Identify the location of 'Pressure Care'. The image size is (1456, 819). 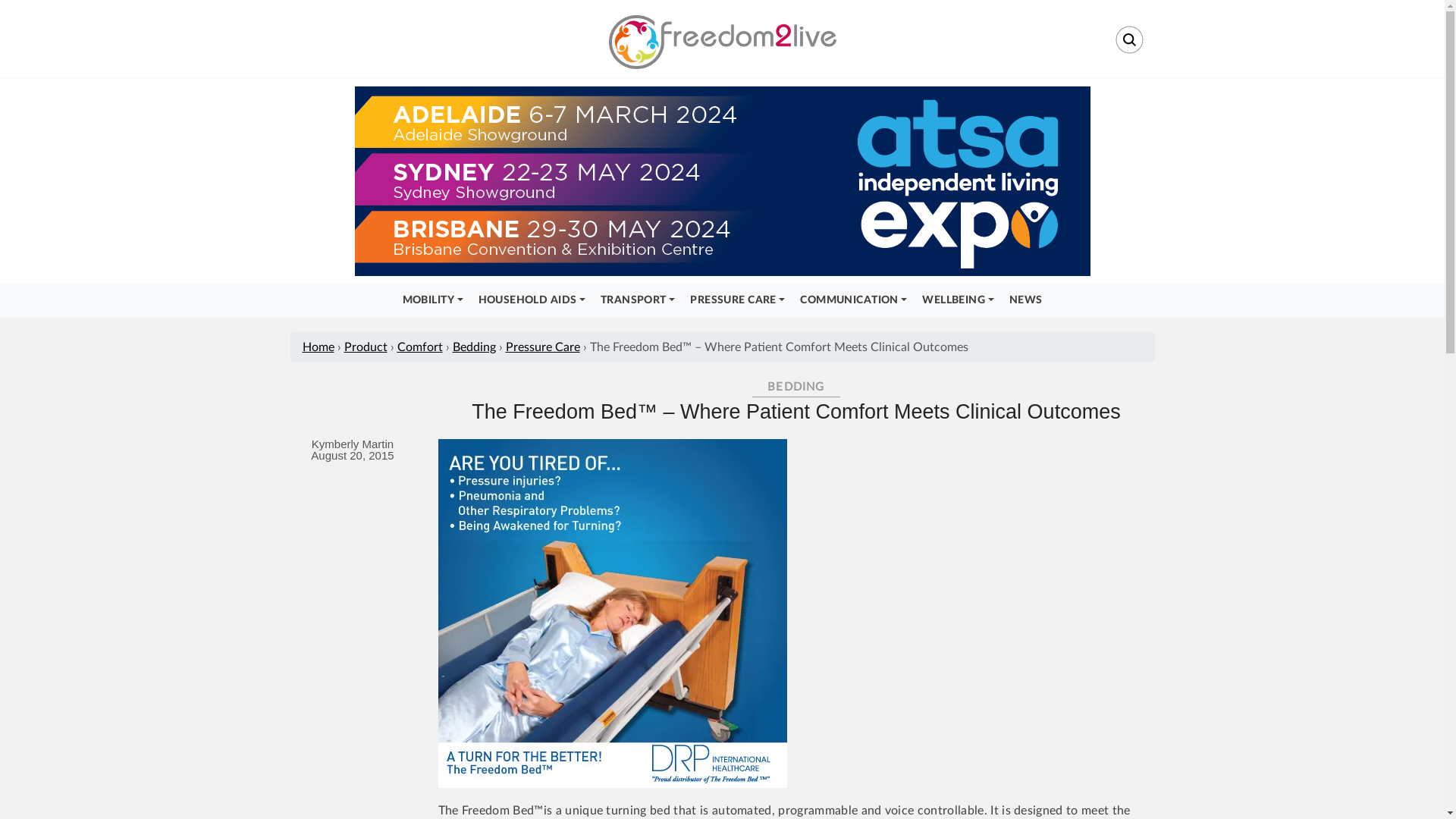
(542, 347).